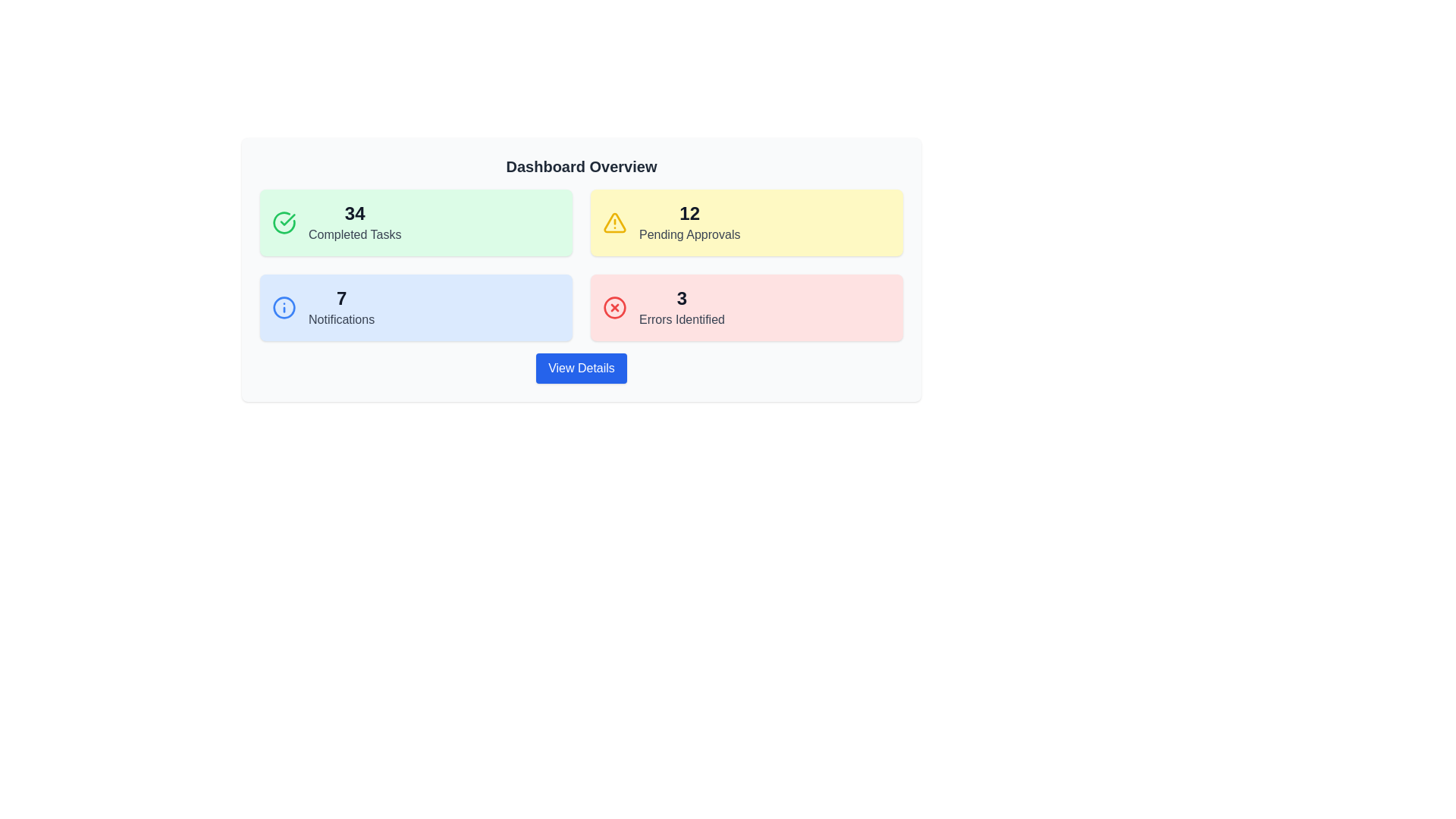  Describe the element at coordinates (681, 307) in the screenshot. I see `informational text block displaying the bold numeral '3' followed by 'Errors Identified' inside the red rectangular card in the bottom-right section of the dashboard` at that location.